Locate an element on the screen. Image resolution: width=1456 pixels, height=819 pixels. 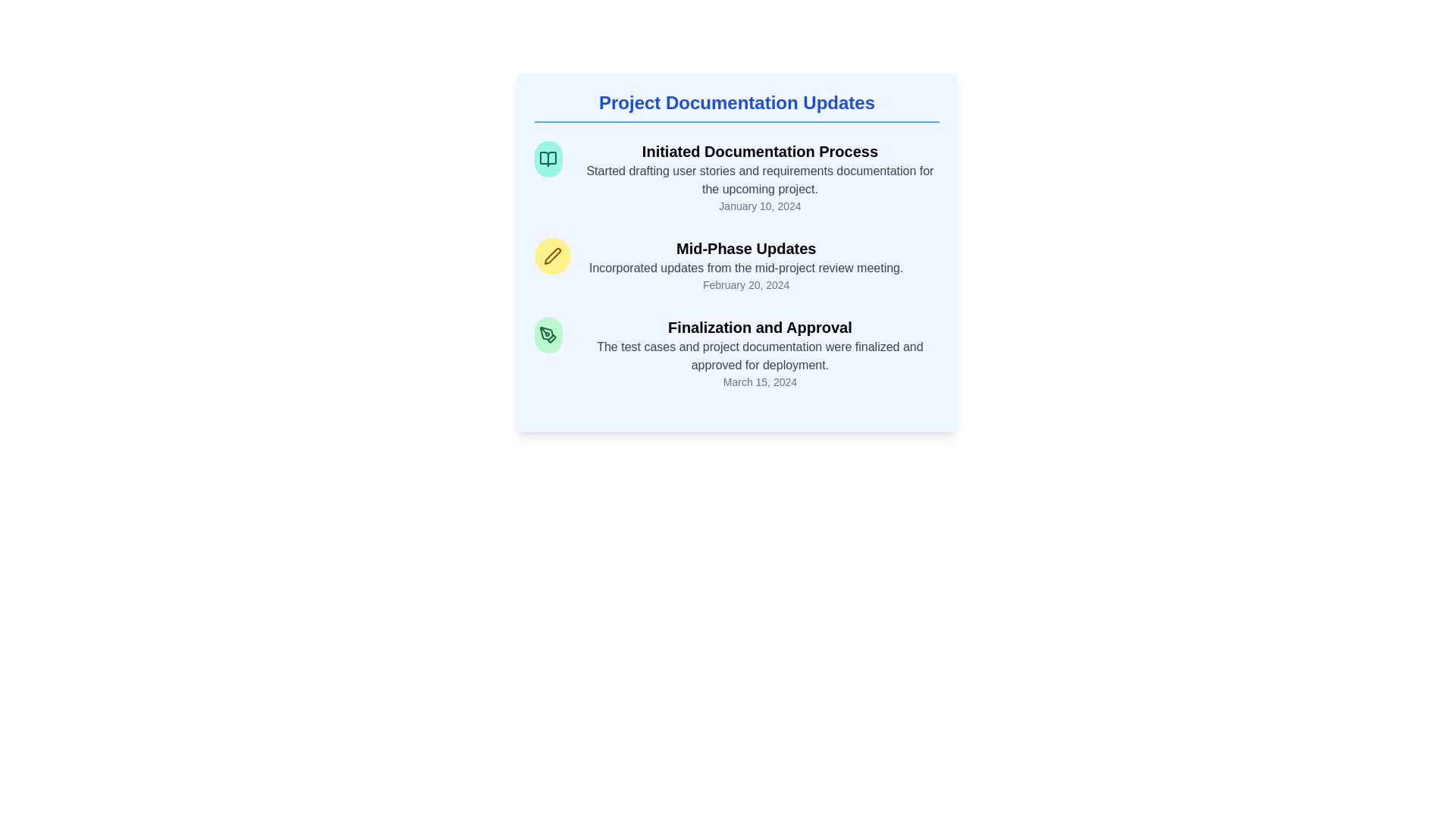
timestamp label displaying 'February 20, 2024', which is styled in a small gray font and located below 'Mid-Phase Updates' is located at coordinates (746, 284).